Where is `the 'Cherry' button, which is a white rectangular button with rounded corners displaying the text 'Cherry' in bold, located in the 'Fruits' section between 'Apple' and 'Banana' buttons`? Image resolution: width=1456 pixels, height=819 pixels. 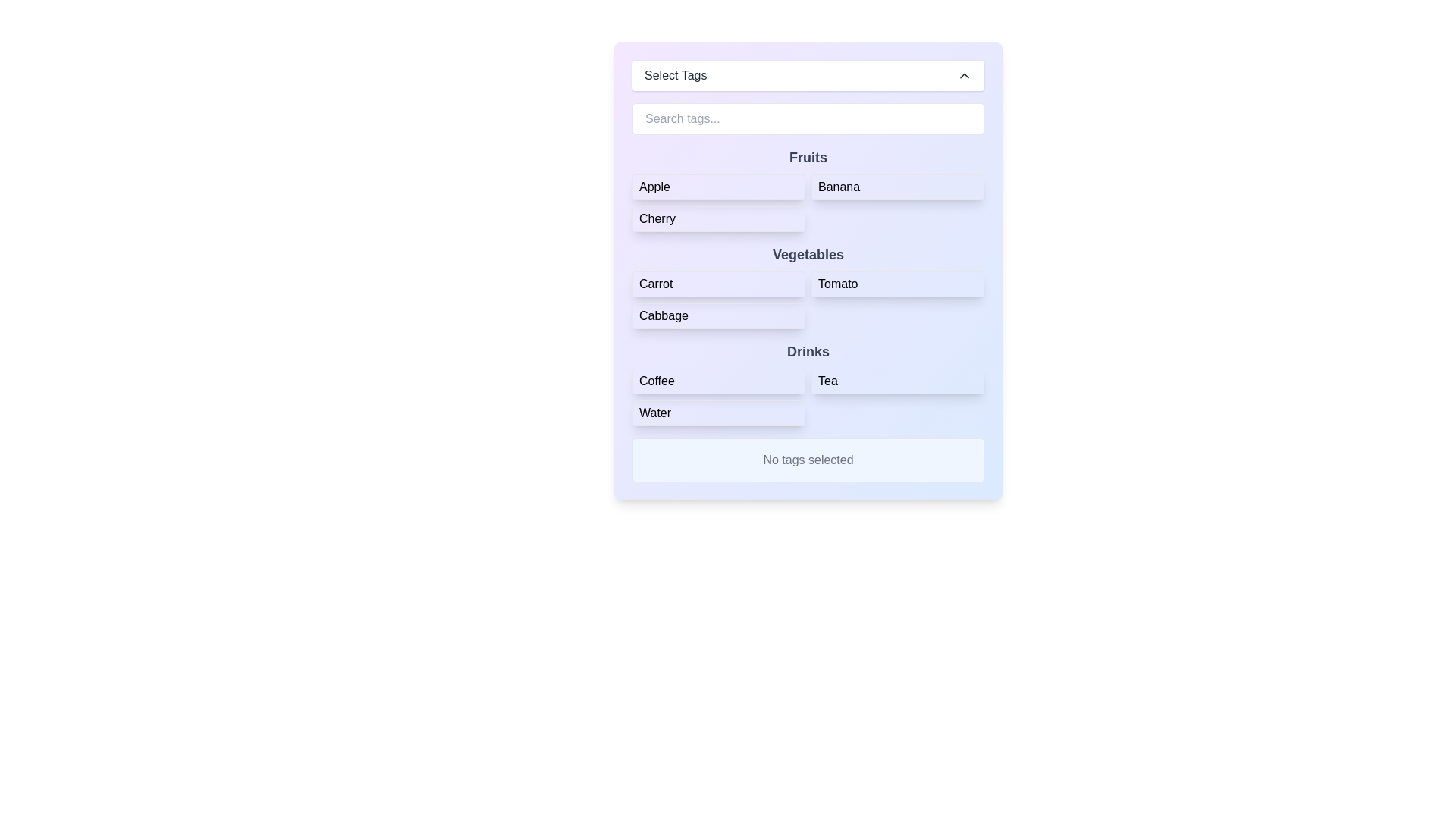
the 'Cherry' button, which is a white rectangular button with rounded corners displaying the text 'Cherry' in bold, located in the 'Fruits' section between 'Apple' and 'Banana' buttons is located at coordinates (657, 219).